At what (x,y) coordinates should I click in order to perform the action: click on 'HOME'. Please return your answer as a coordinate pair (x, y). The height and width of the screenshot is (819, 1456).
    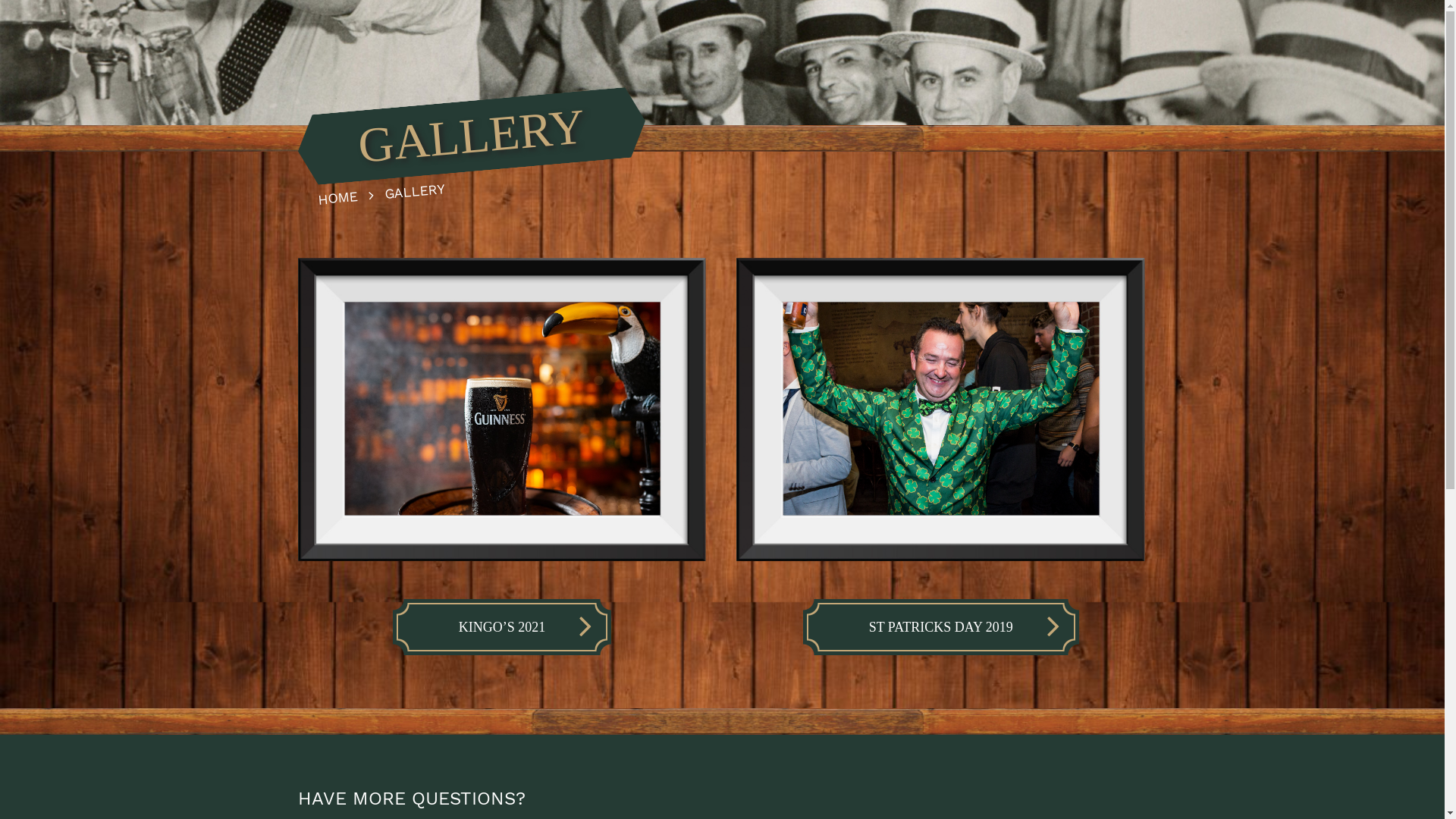
    Looking at the image, I should click on (349, 193).